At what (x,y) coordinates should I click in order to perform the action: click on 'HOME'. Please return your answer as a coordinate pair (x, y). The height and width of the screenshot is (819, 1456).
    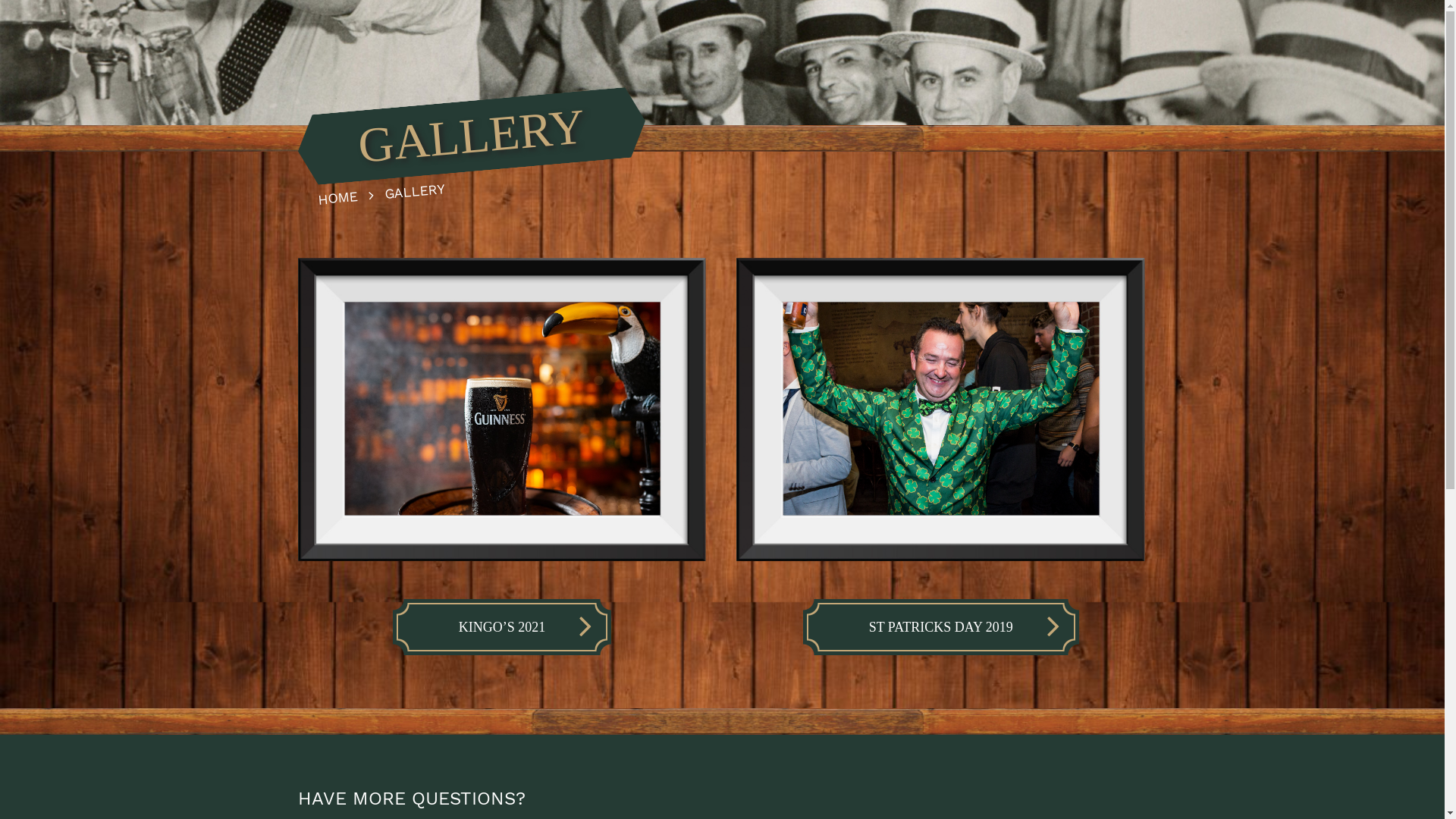
    Looking at the image, I should click on (349, 193).